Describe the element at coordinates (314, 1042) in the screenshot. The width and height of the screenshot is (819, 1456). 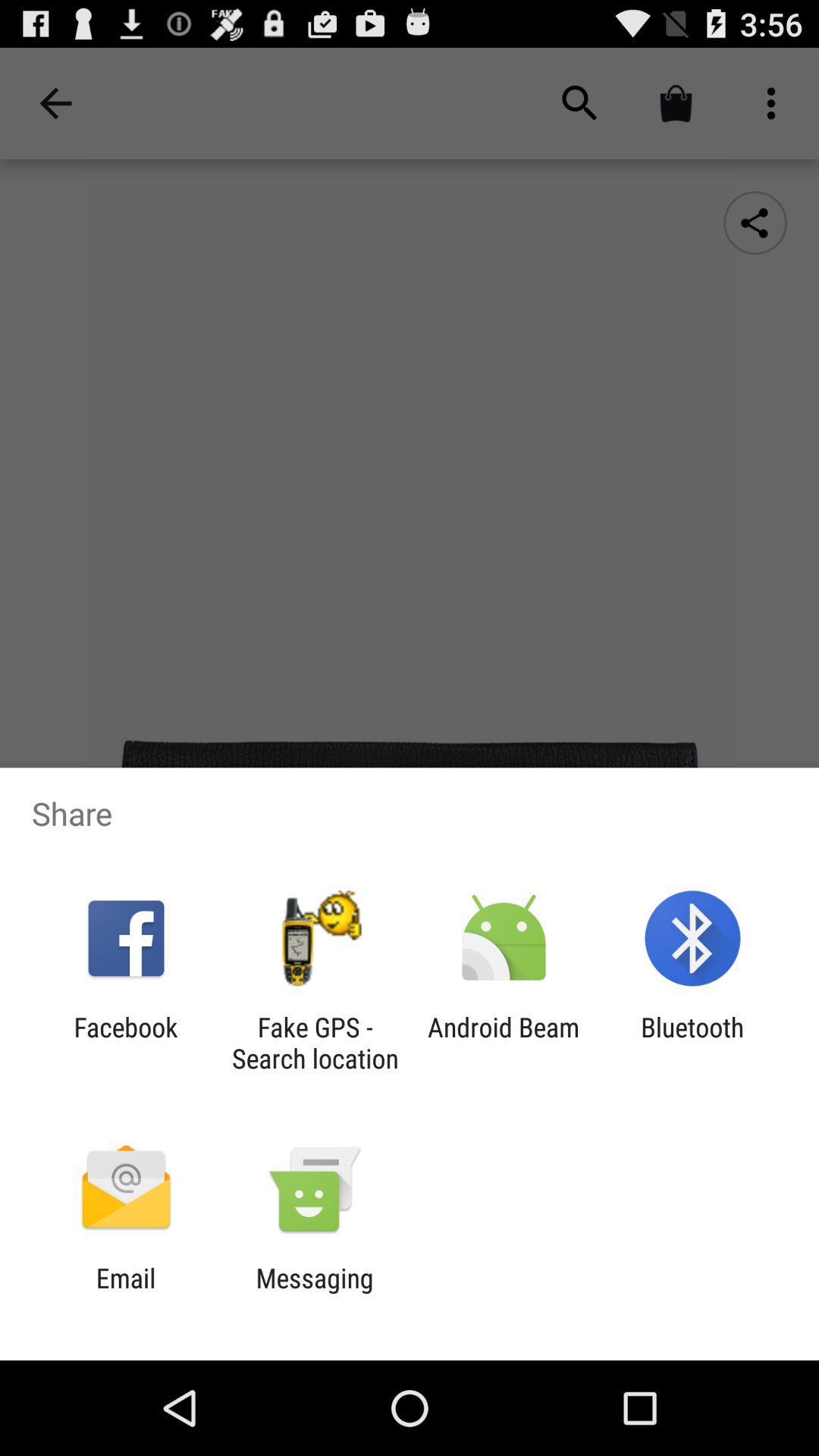
I see `icon next to the android beam` at that location.